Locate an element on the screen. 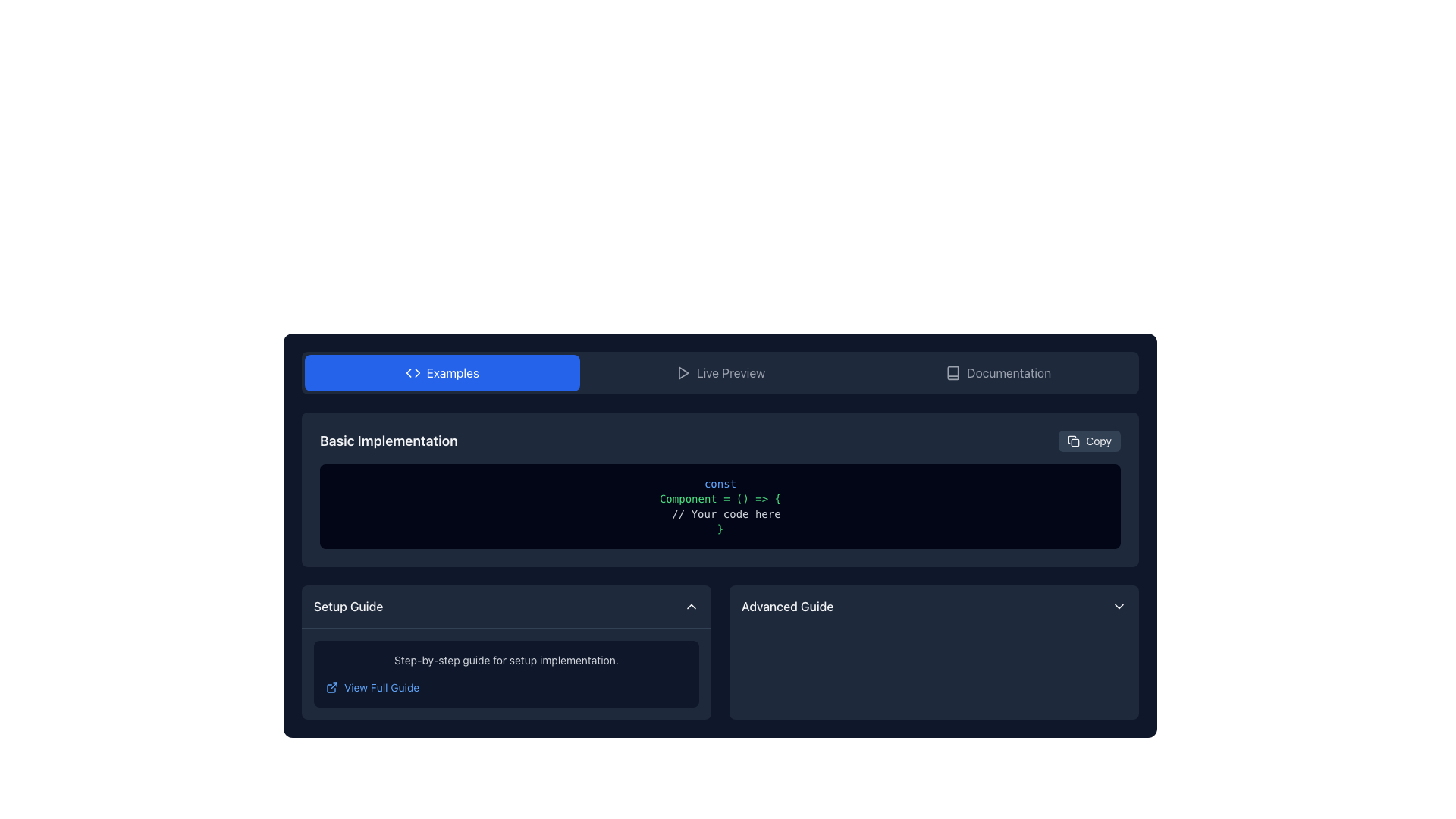 This screenshot has width=1456, height=819. the icon located to the left of the text 'View Full Guide' in the bottom left portion of the interface within the 'Setup Guide' section is located at coordinates (331, 687).